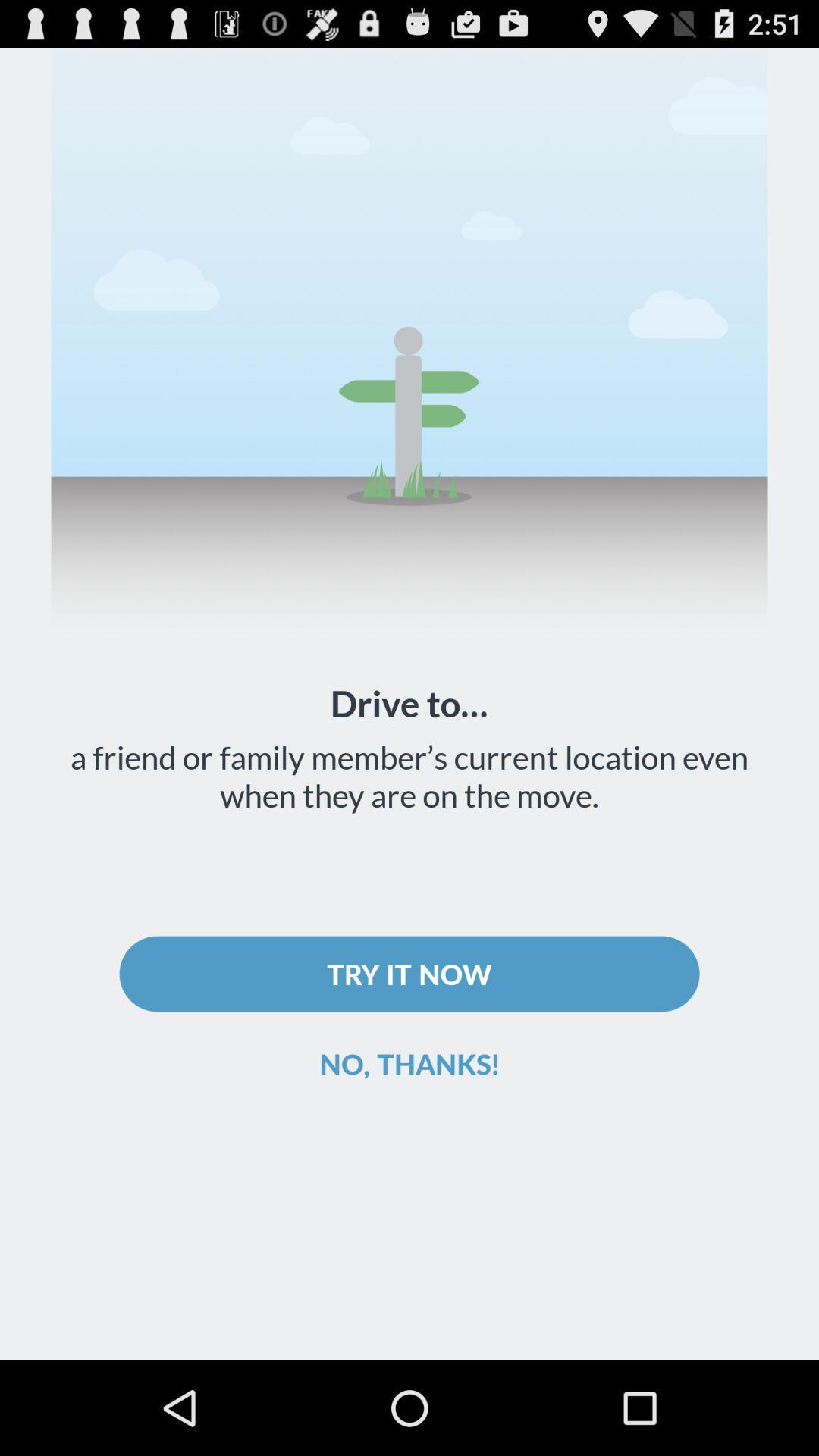 Image resolution: width=819 pixels, height=1456 pixels. What do you see at coordinates (409, 974) in the screenshot?
I see `try it now icon` at bounding box center [409, 974].